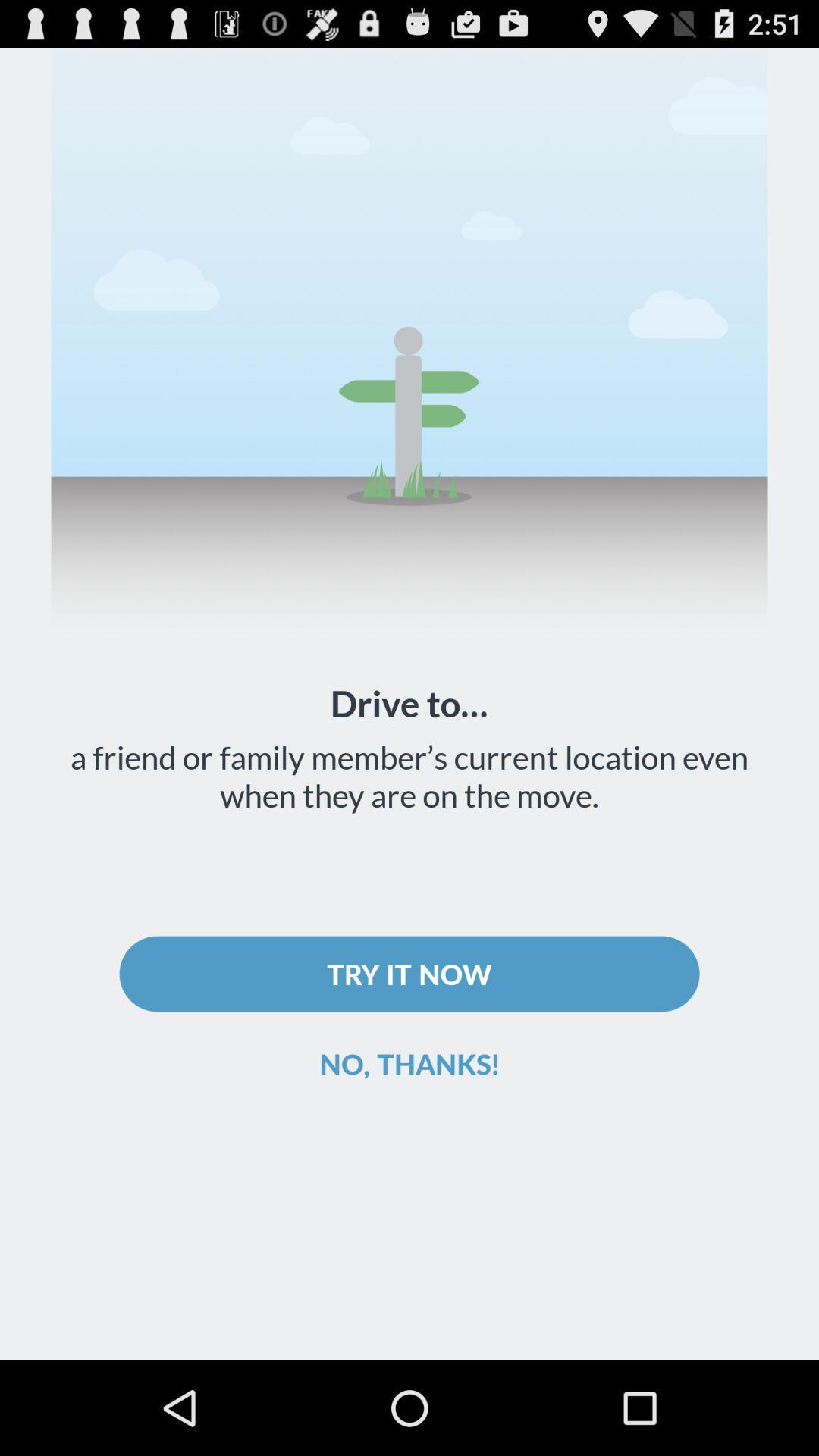 Image resolution: width=819 pixels, height=1456 pixels. What do you see at coordinates (409, 974) in the screenshot?
I see `try it now icon` at bounding box center [409, 974].